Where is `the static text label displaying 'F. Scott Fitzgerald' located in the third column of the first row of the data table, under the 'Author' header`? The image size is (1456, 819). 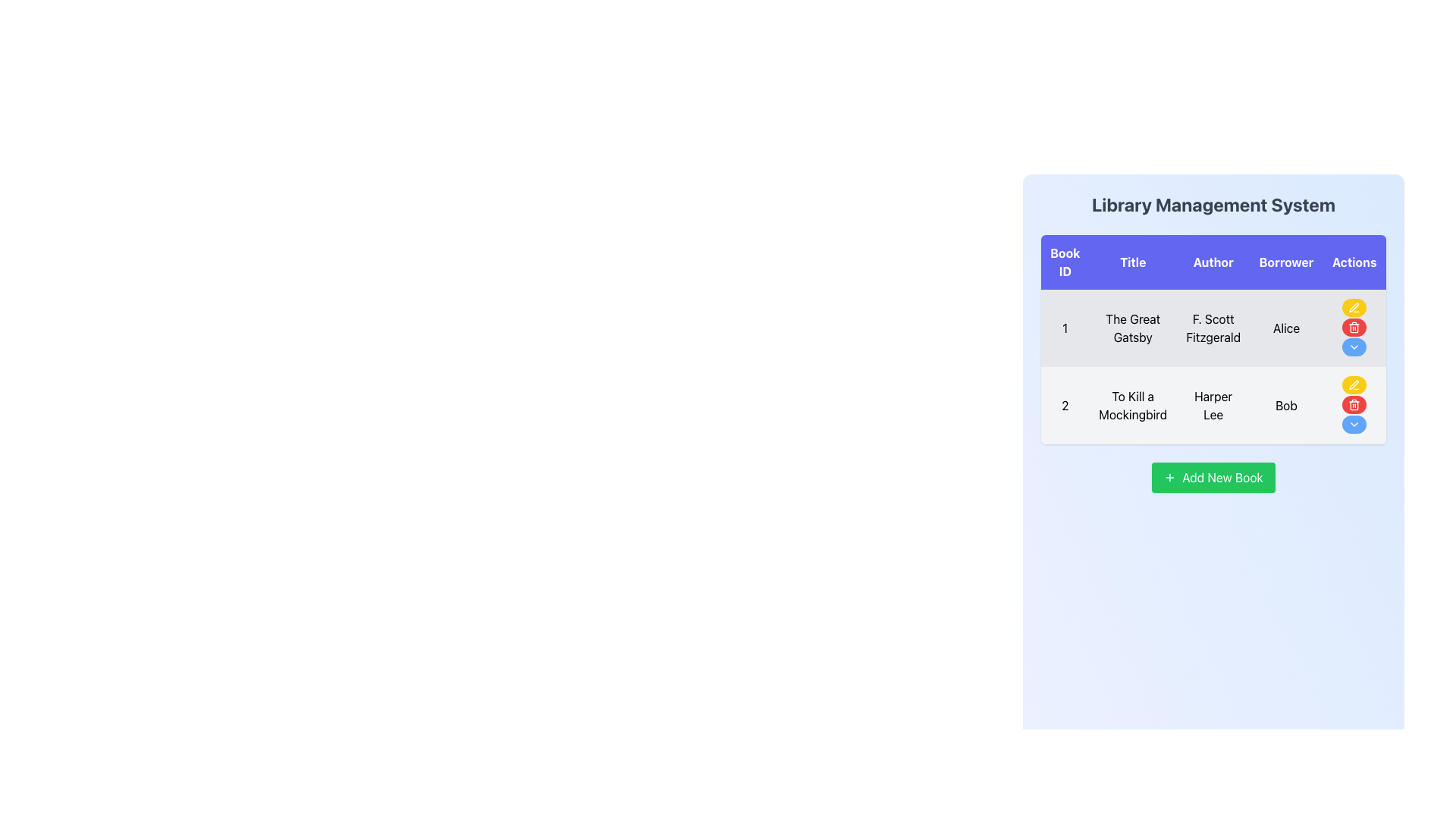 the static text label displaying 'F. Scott Fitzgerald' located in the third column of the first row of the data table, under the 'Author' header is located at coordinates (1213, 327).